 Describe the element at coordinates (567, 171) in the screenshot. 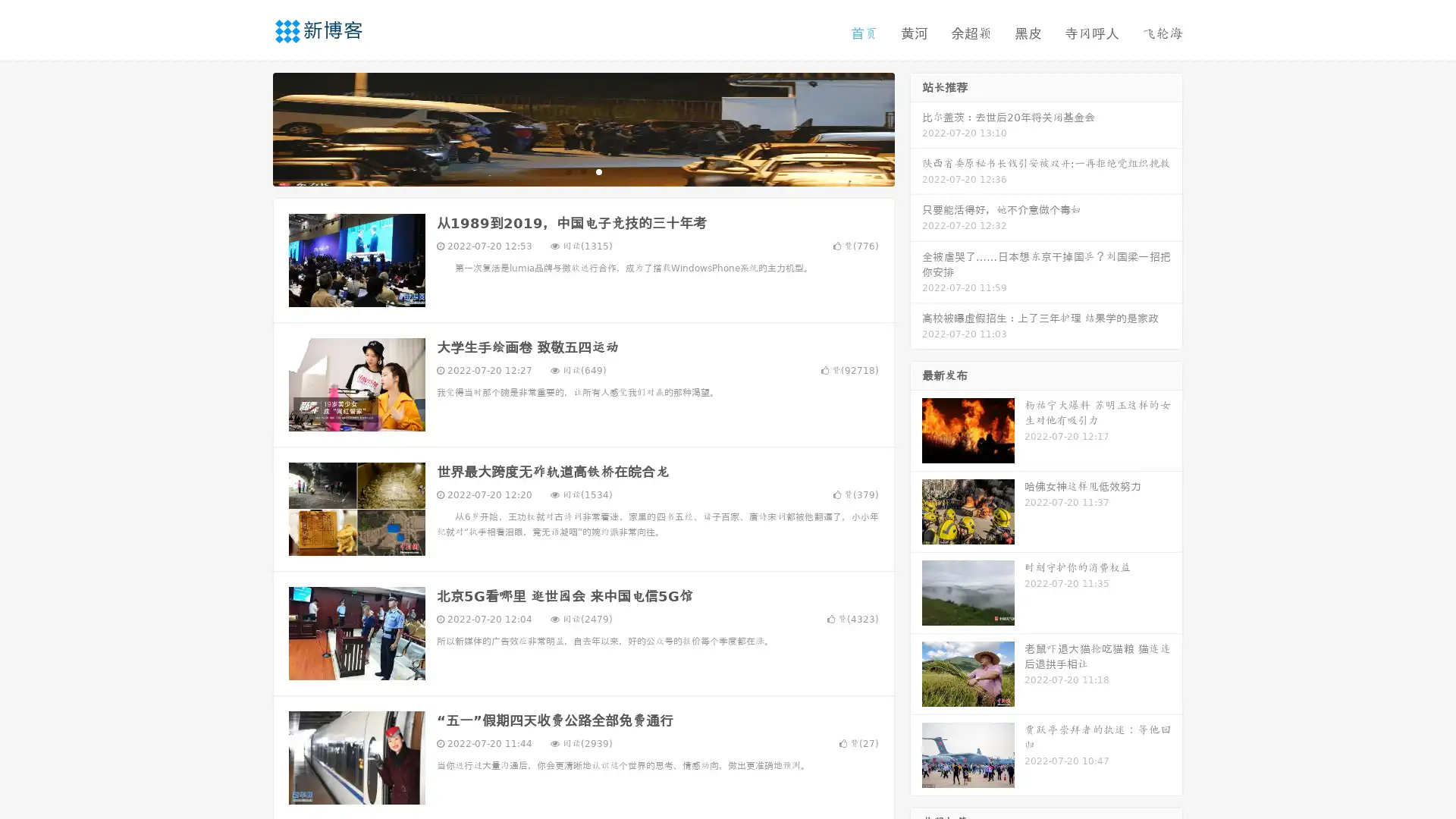

I see `Go to slide 1` at that location.